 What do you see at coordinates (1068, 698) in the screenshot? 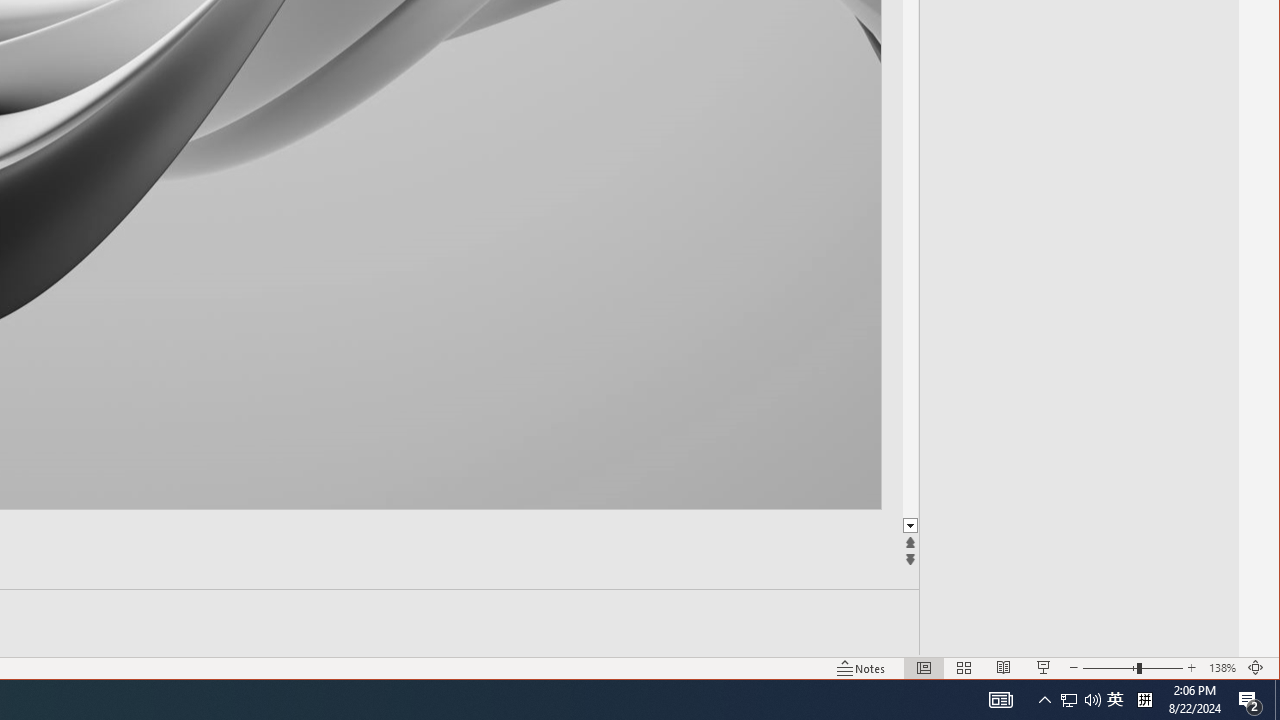
I see `'Slide Show'` at bounding box center [1068, 698].